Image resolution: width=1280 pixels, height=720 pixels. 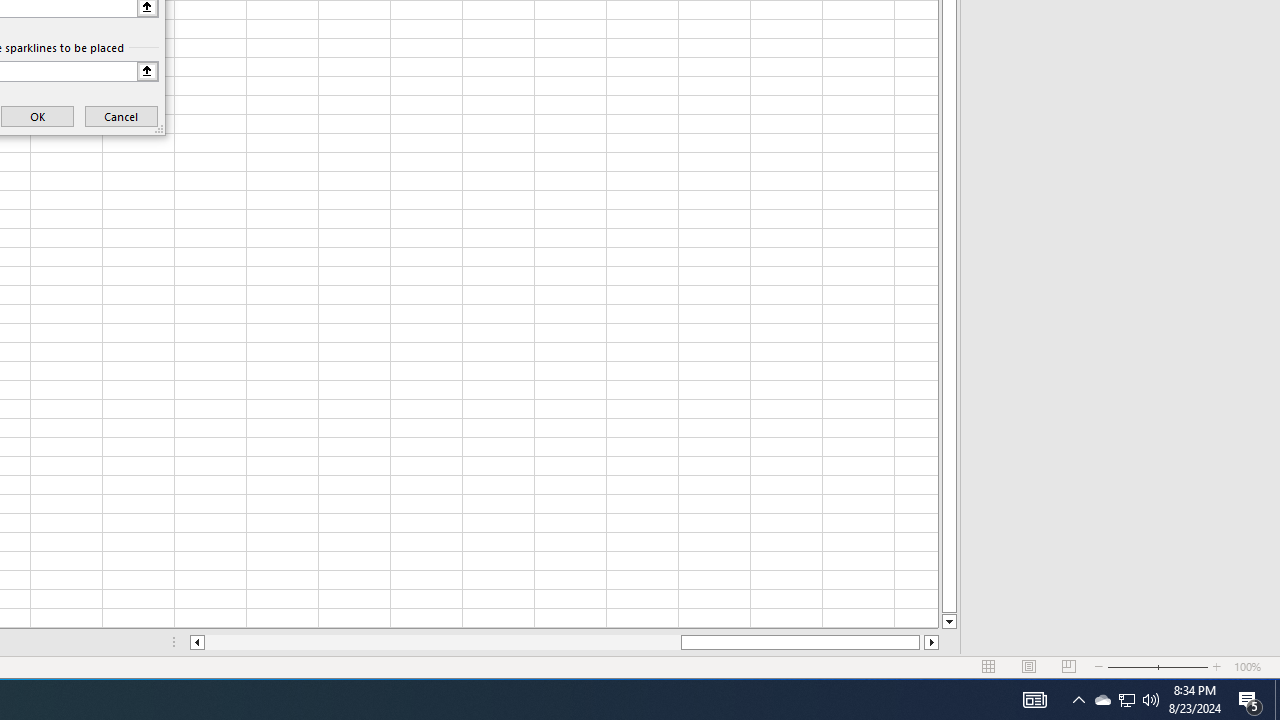 What do you see at coordinates (948, 621) in the screenshot?
I see `'Line down'` at bounding box center [948, 621].